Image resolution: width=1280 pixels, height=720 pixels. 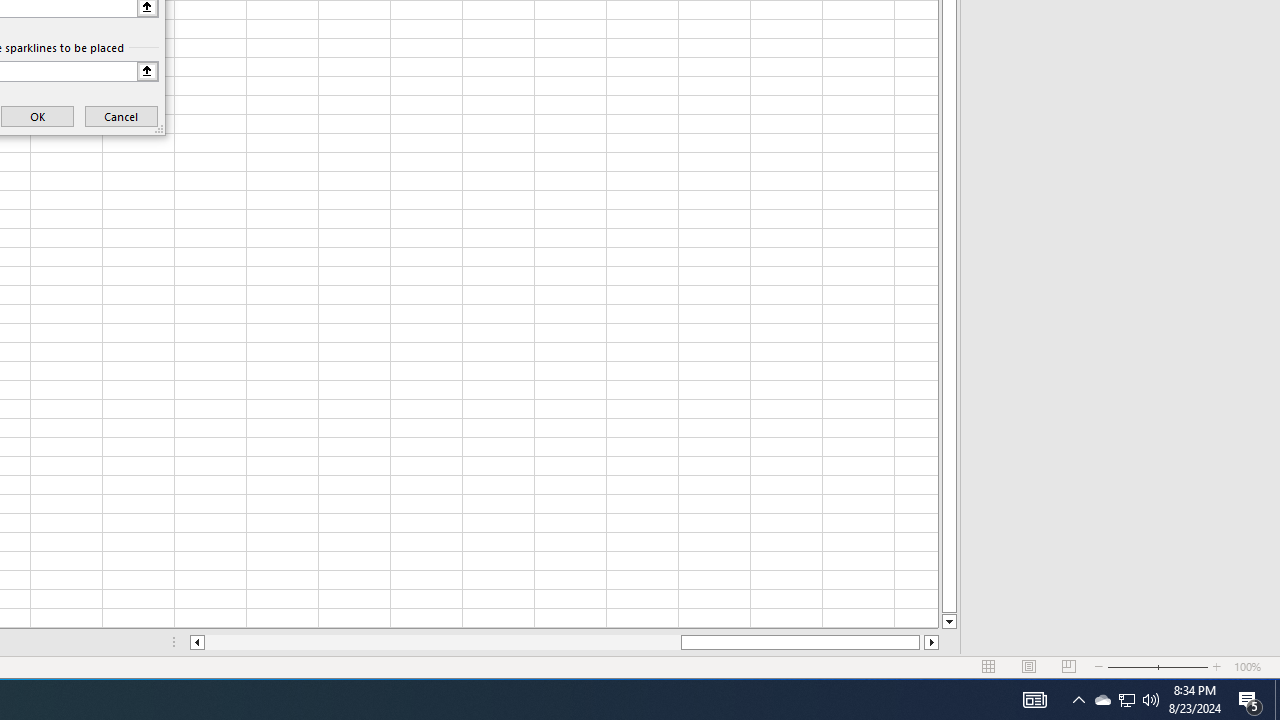 What do you see at coordinates (948, 621) in the screenshot?
I see `'Line down'` at bounding box center [948, 621].